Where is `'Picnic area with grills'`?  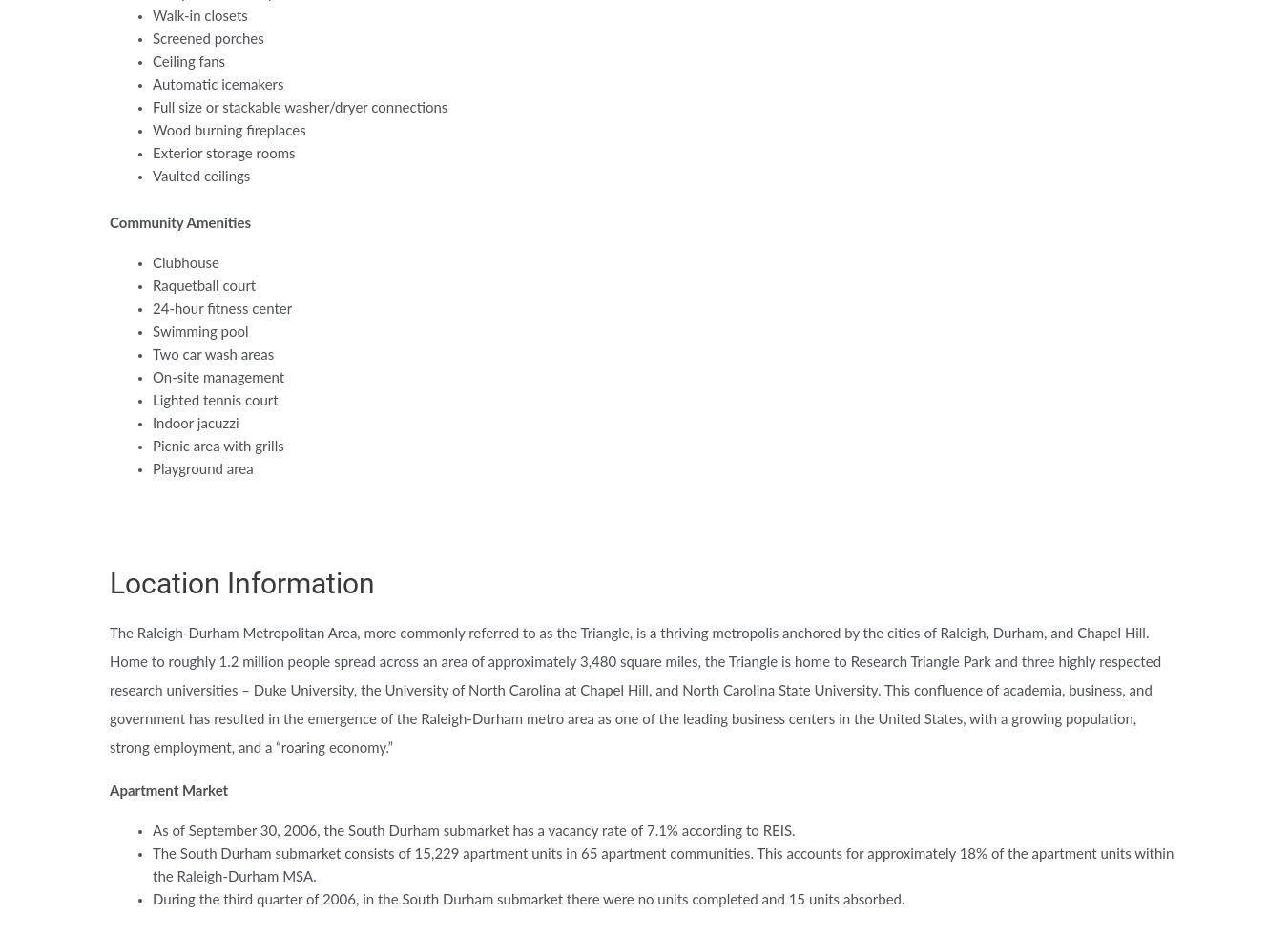 'Picnic area with grills' is located at coordinates (217, 447).